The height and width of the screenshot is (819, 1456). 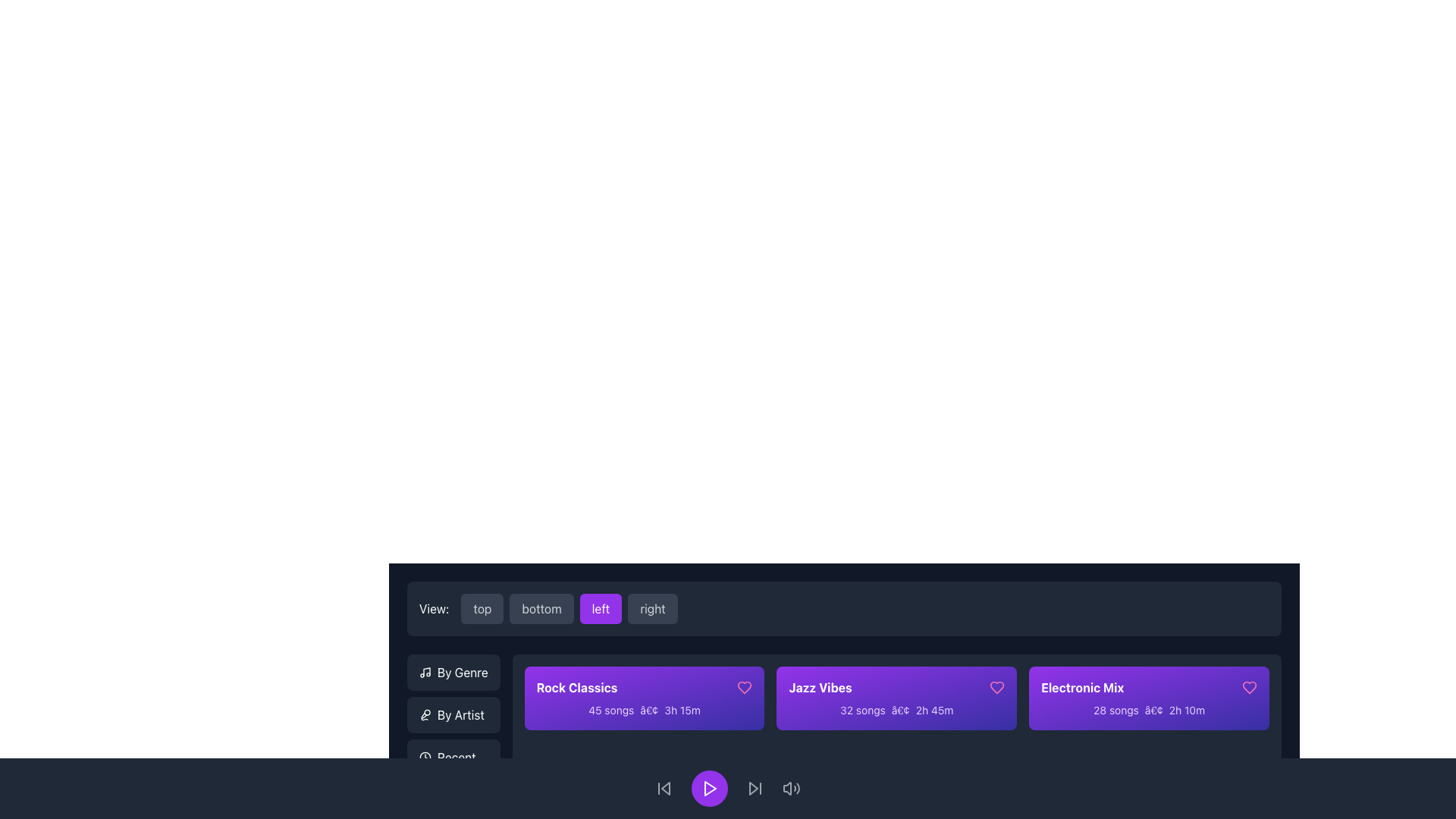 I want to click on the 'Recent' button, which is styled with a dark background and includes white text and a clock icon, so click(x=453, y=758).